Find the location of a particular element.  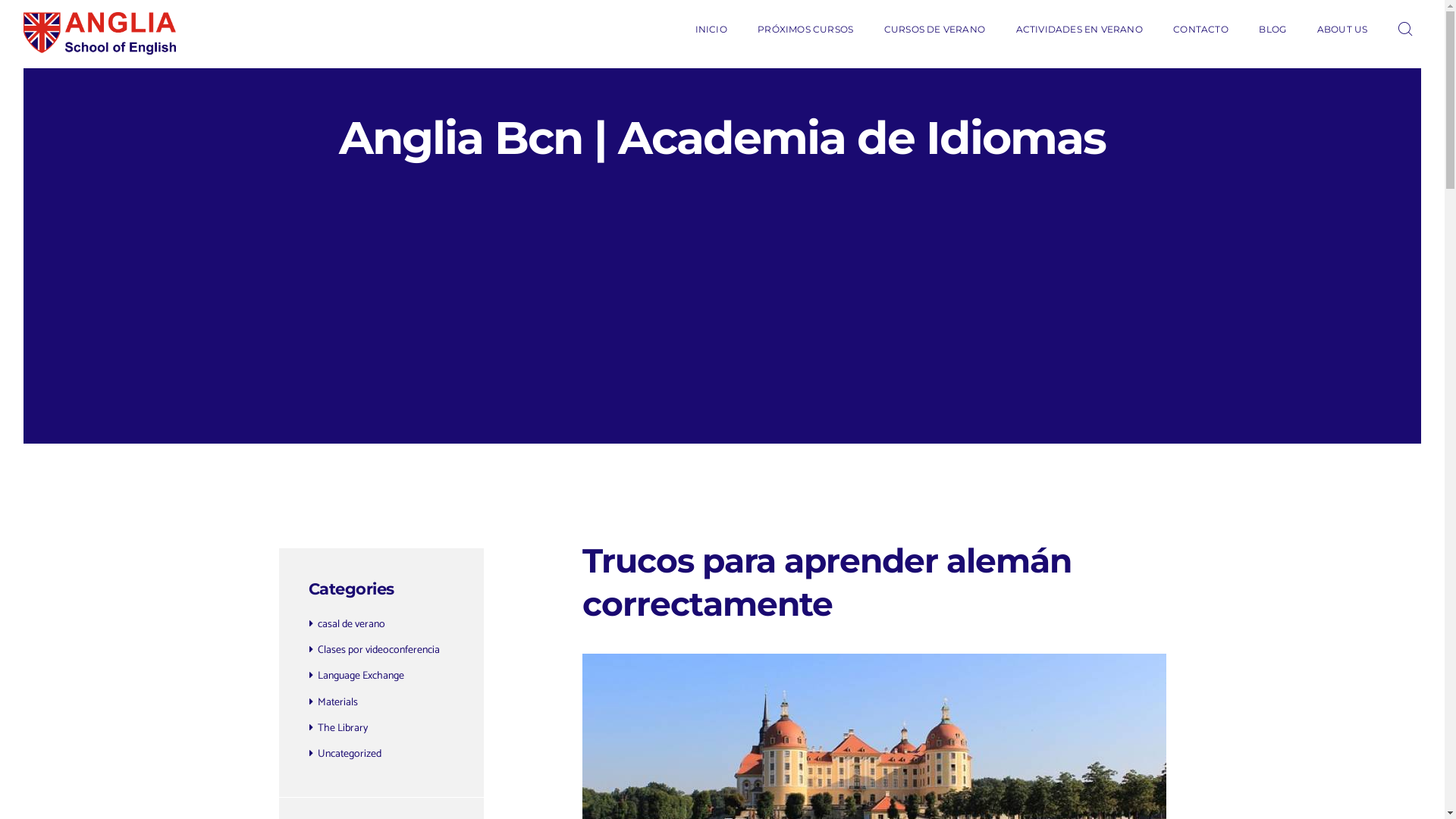

'Open search' is located at coordinates (1407, 29).